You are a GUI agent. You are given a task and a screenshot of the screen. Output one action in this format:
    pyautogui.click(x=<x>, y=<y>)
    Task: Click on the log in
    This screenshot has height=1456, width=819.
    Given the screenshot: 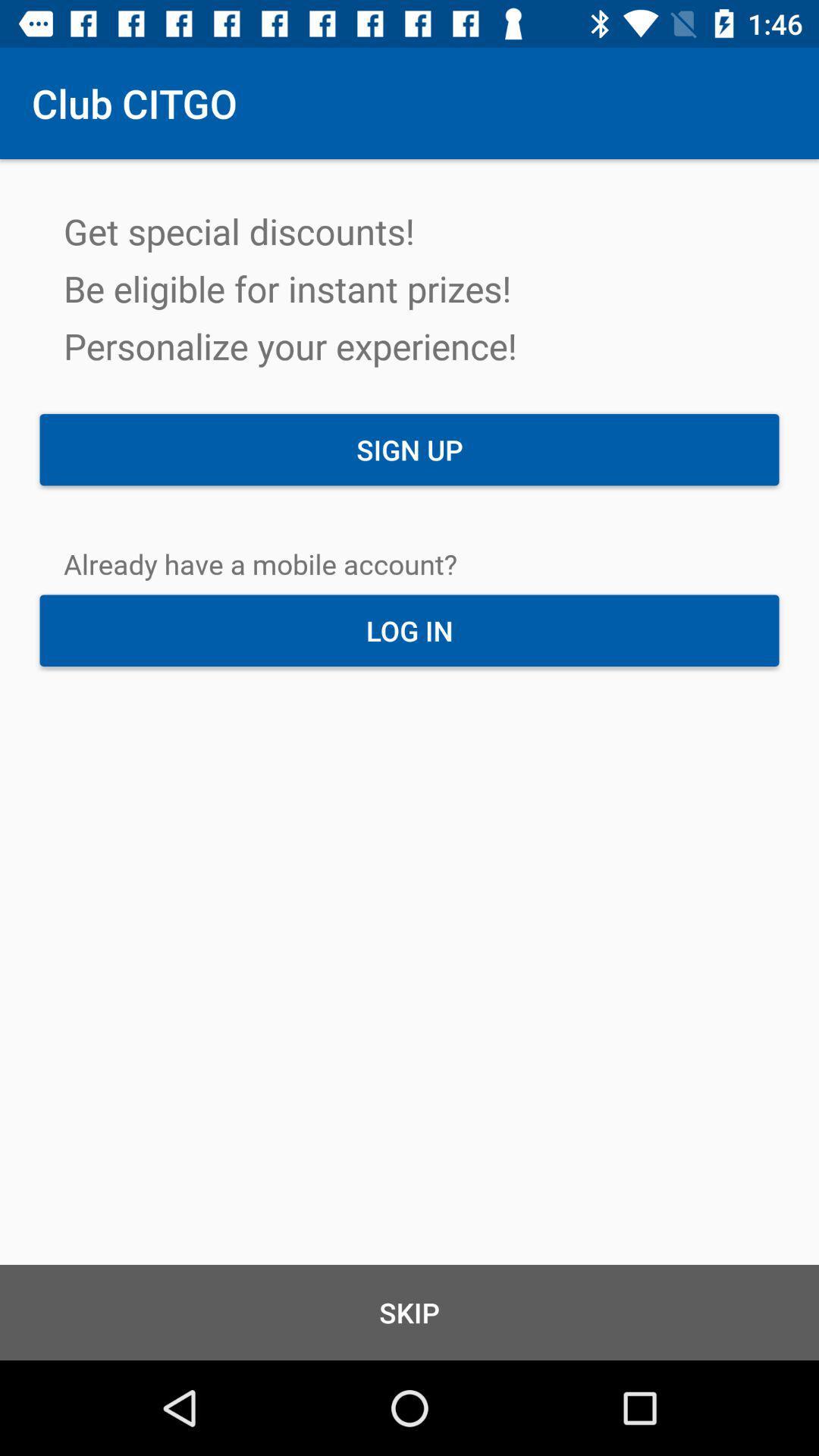 What is the action you would take?
    pyautogui.click(x=409, y=630)
    